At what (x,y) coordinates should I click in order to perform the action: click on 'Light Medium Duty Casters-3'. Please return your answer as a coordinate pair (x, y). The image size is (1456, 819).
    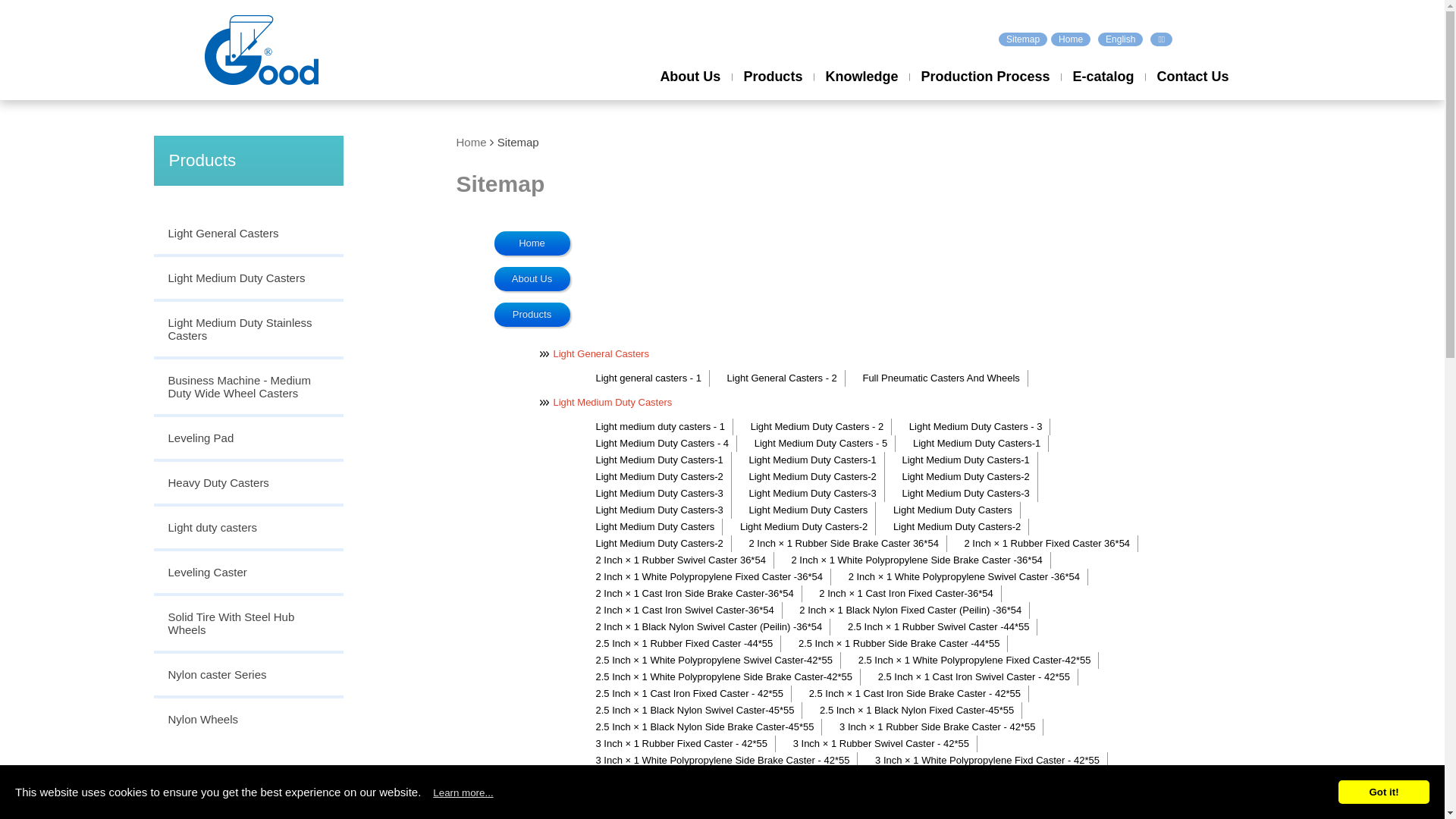
    Looking at the image, I should click on (963, 494).